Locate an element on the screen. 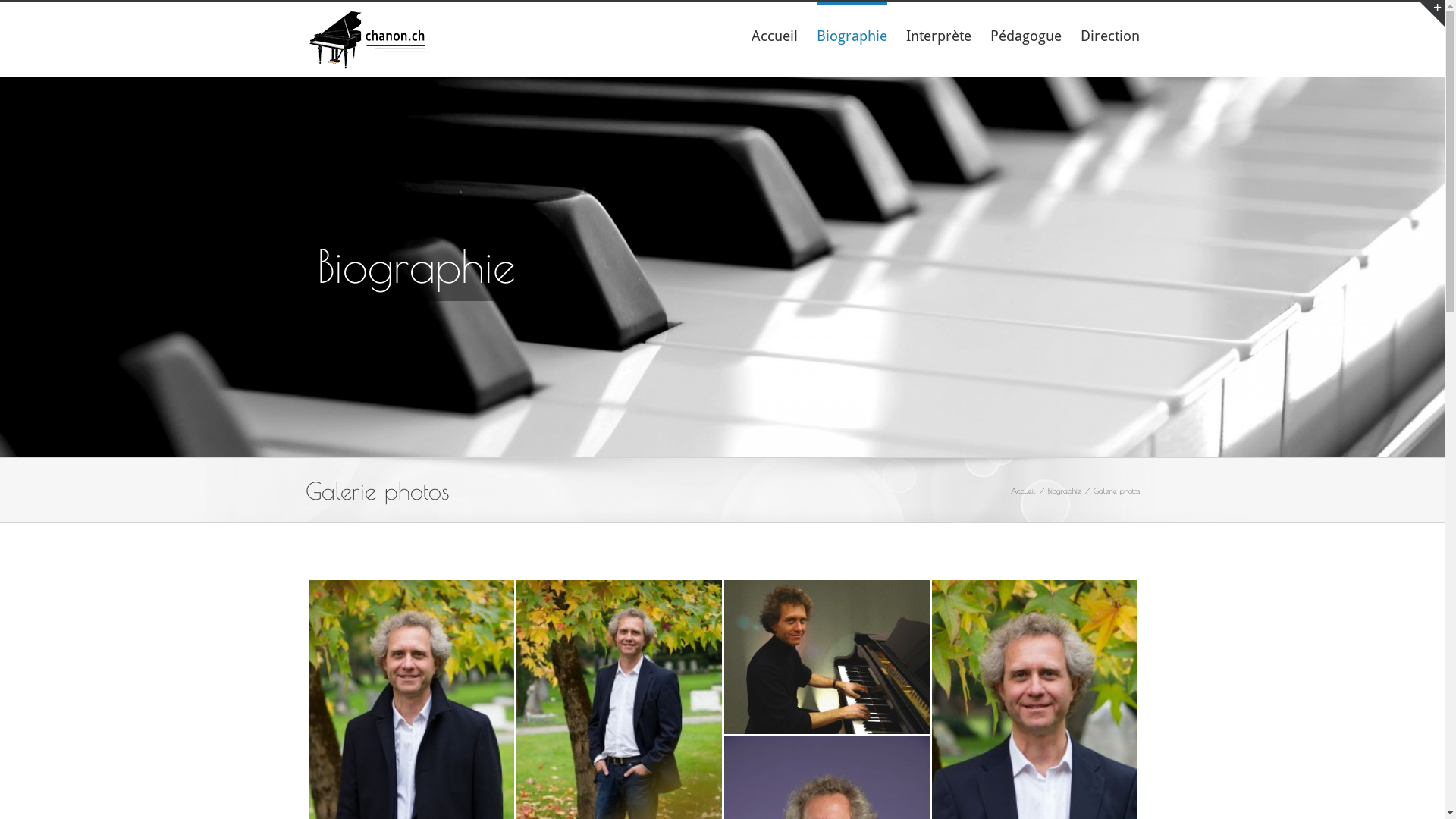 The width and height of the screenshot is (1456, 819). 'Biographie' is located at coordinates (1063, 489).